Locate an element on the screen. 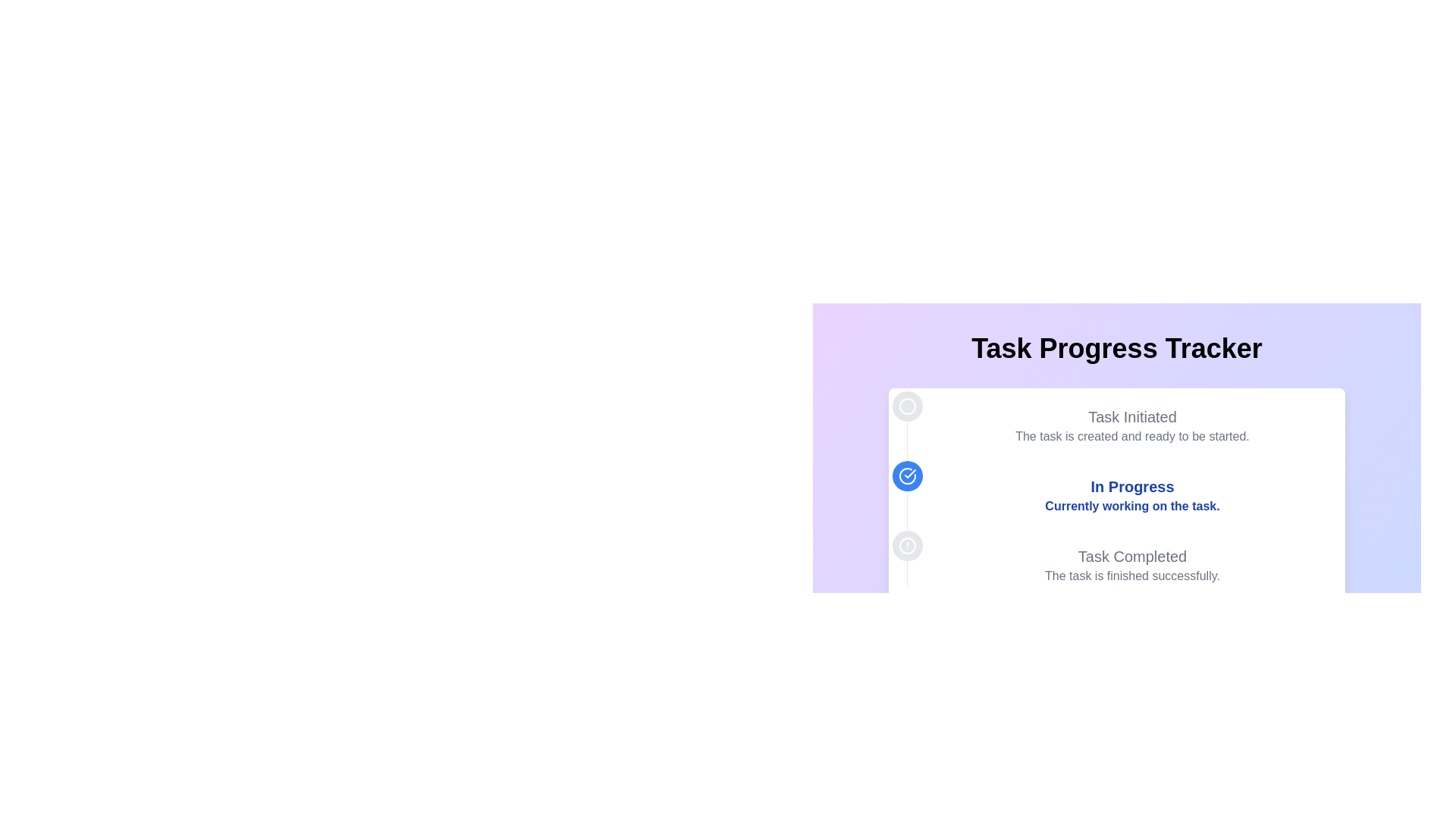  the status indicator text label that informs users about the task being in progress, located centrally above the 'Currently working on the task.' text in the progress tracker interface is located at coordinates (1132, 486).